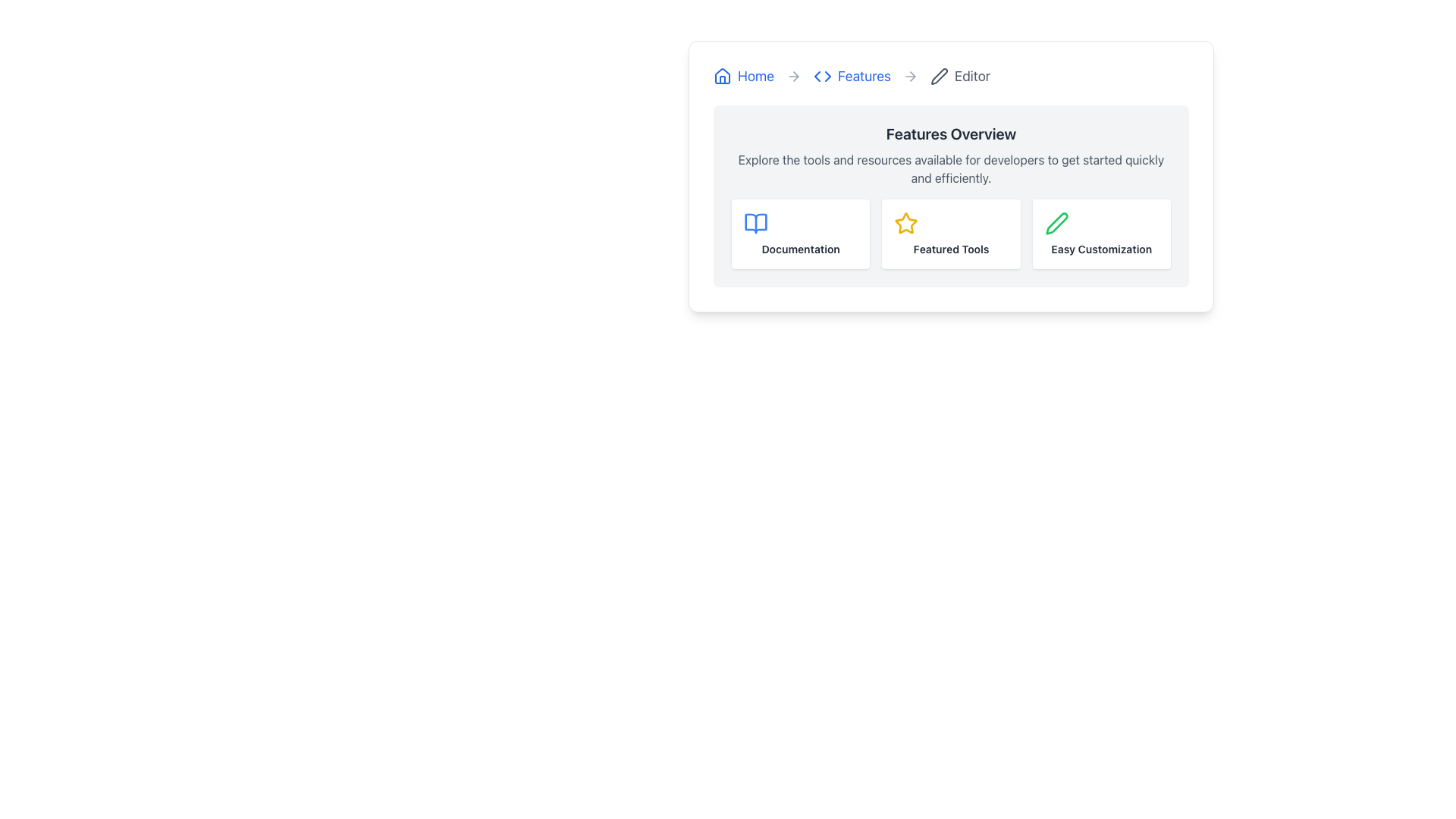 Image resolution: width=1456 pixels, height=819 pixels. I want to click on the text 'Home' for copying, which is styled in blue and located in the top-left segment of the navigation bar, next to a house icon, so click(756, 76).